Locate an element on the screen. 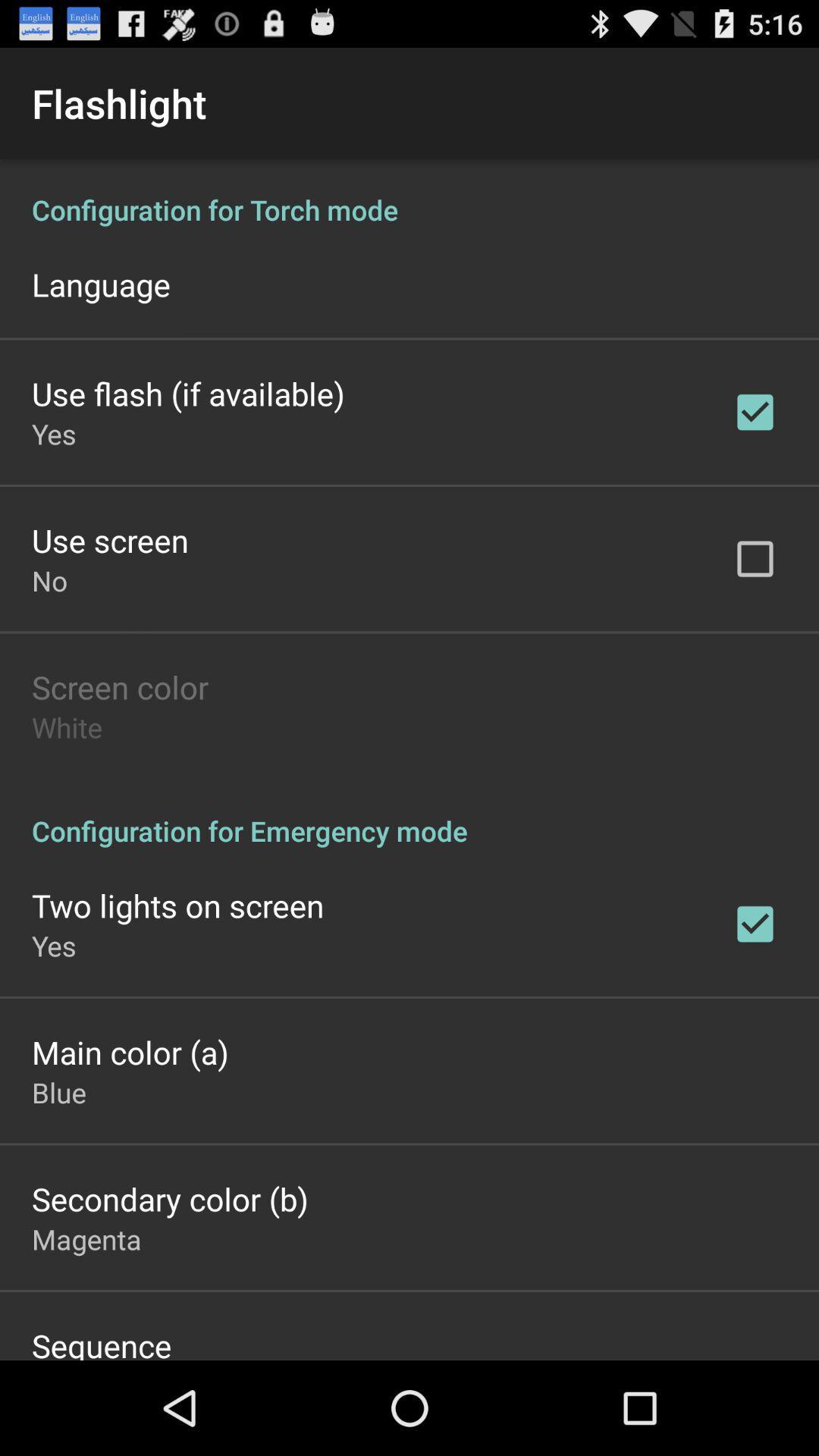  the item below the no is located at coordinates (119, 686).